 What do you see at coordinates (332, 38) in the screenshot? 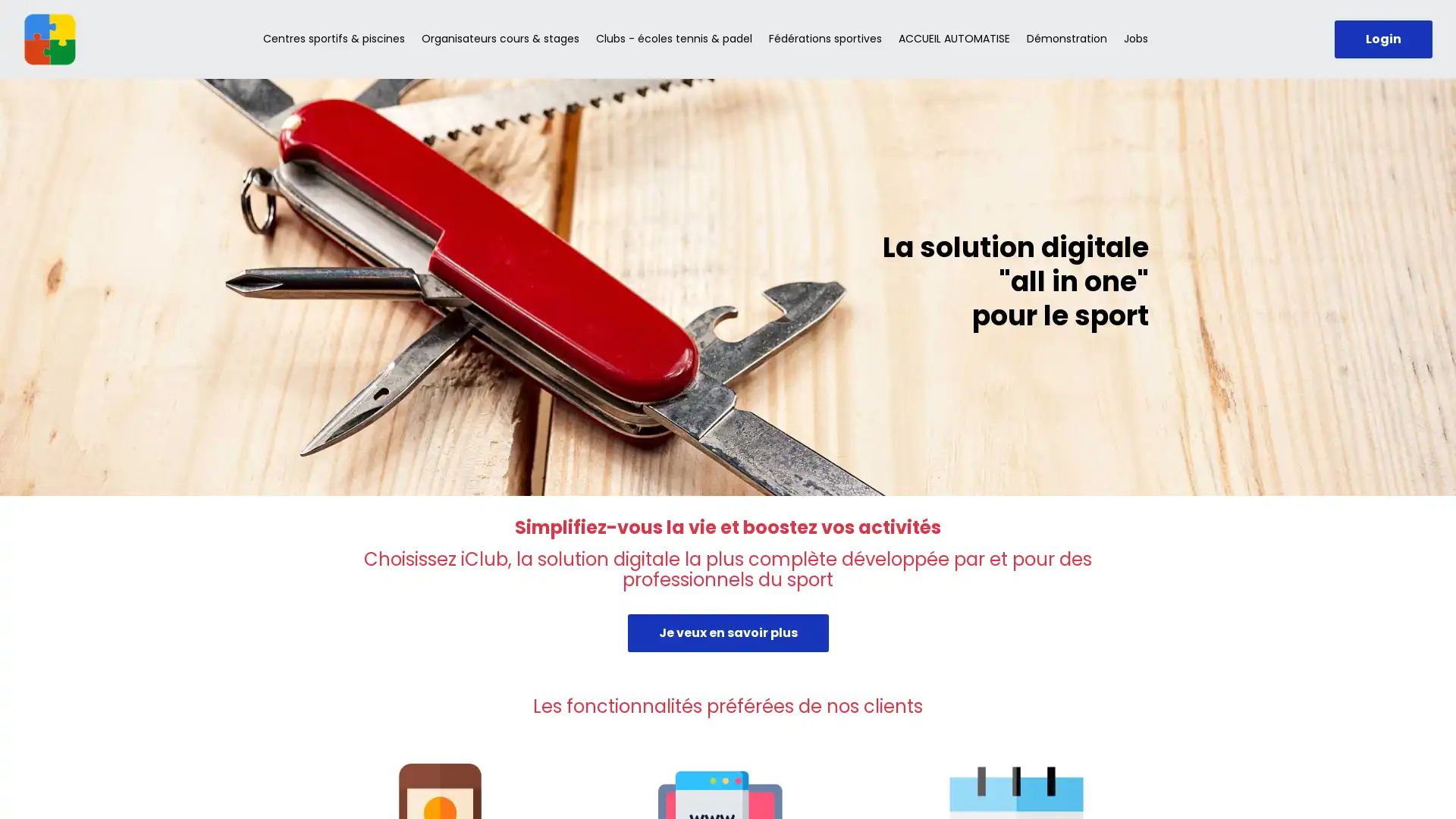
I see `Centres sportifs & piscines` at bounding box center [332, 38].